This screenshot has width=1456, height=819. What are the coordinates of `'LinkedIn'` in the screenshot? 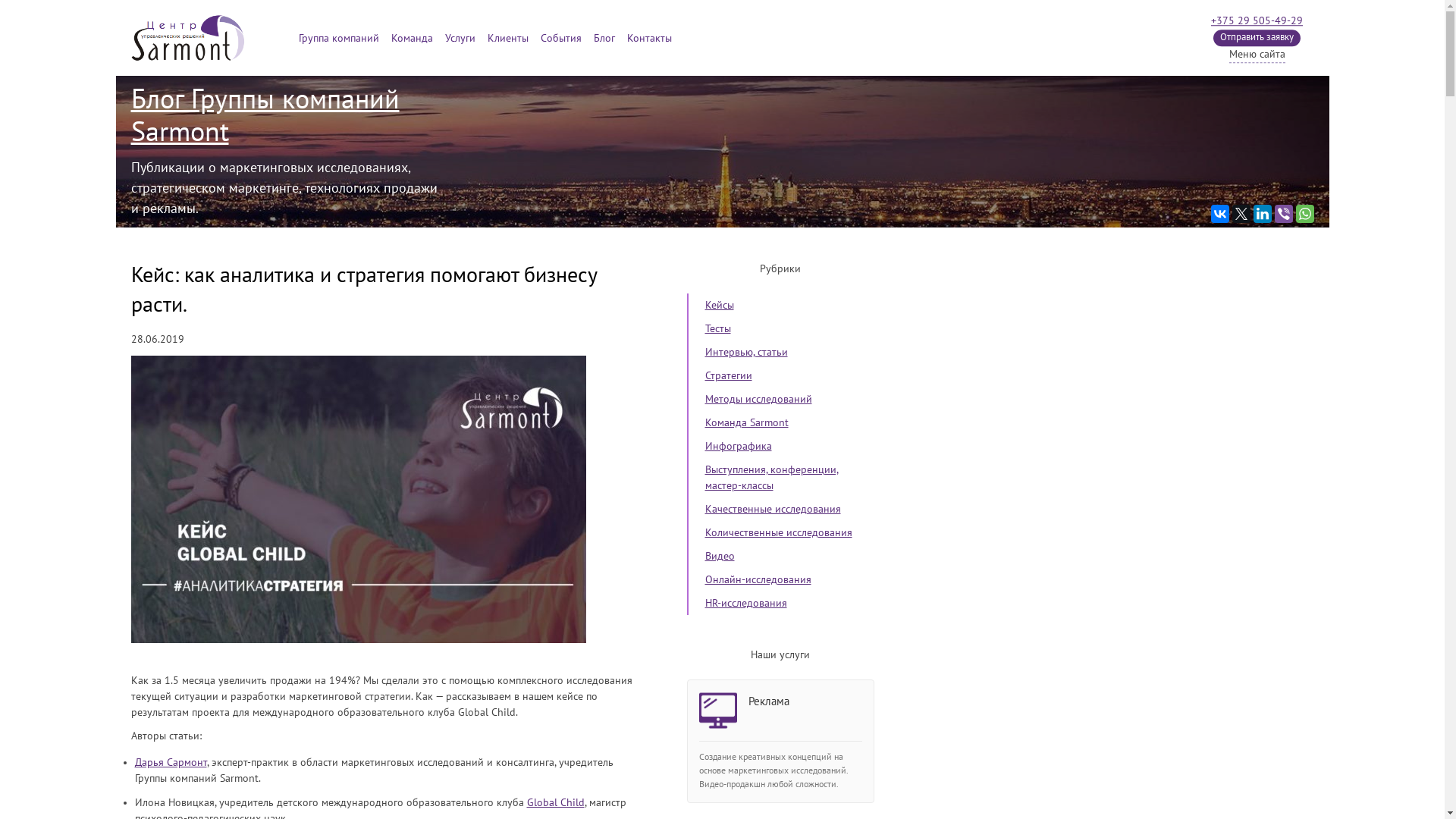 It's located at (1262, 213).